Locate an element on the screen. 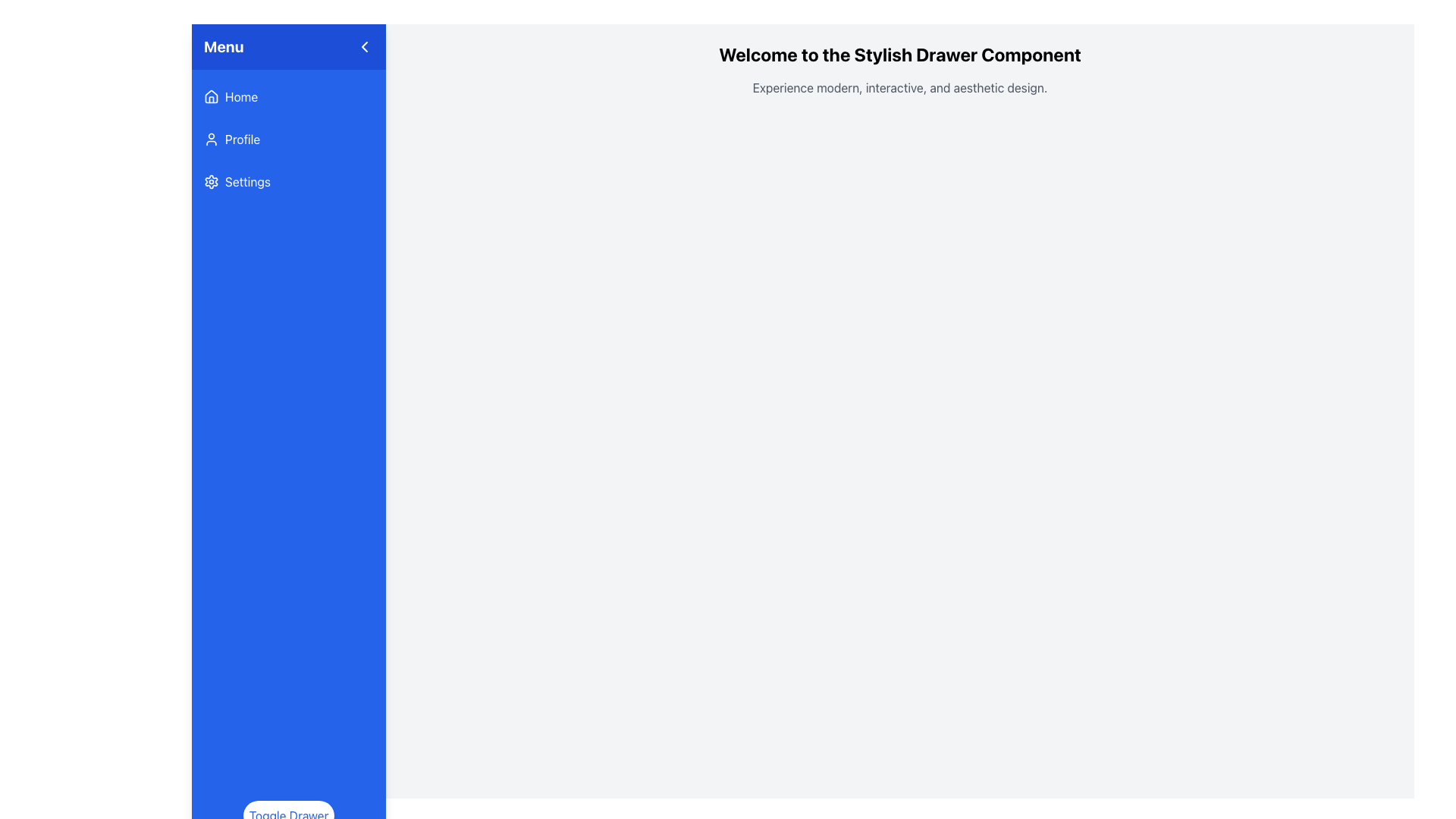 The image size is (1456, 819). the gear-based settings icon located to the left side of the interface adjacent to the 'Settings' label is located at coordinates (210, 180).